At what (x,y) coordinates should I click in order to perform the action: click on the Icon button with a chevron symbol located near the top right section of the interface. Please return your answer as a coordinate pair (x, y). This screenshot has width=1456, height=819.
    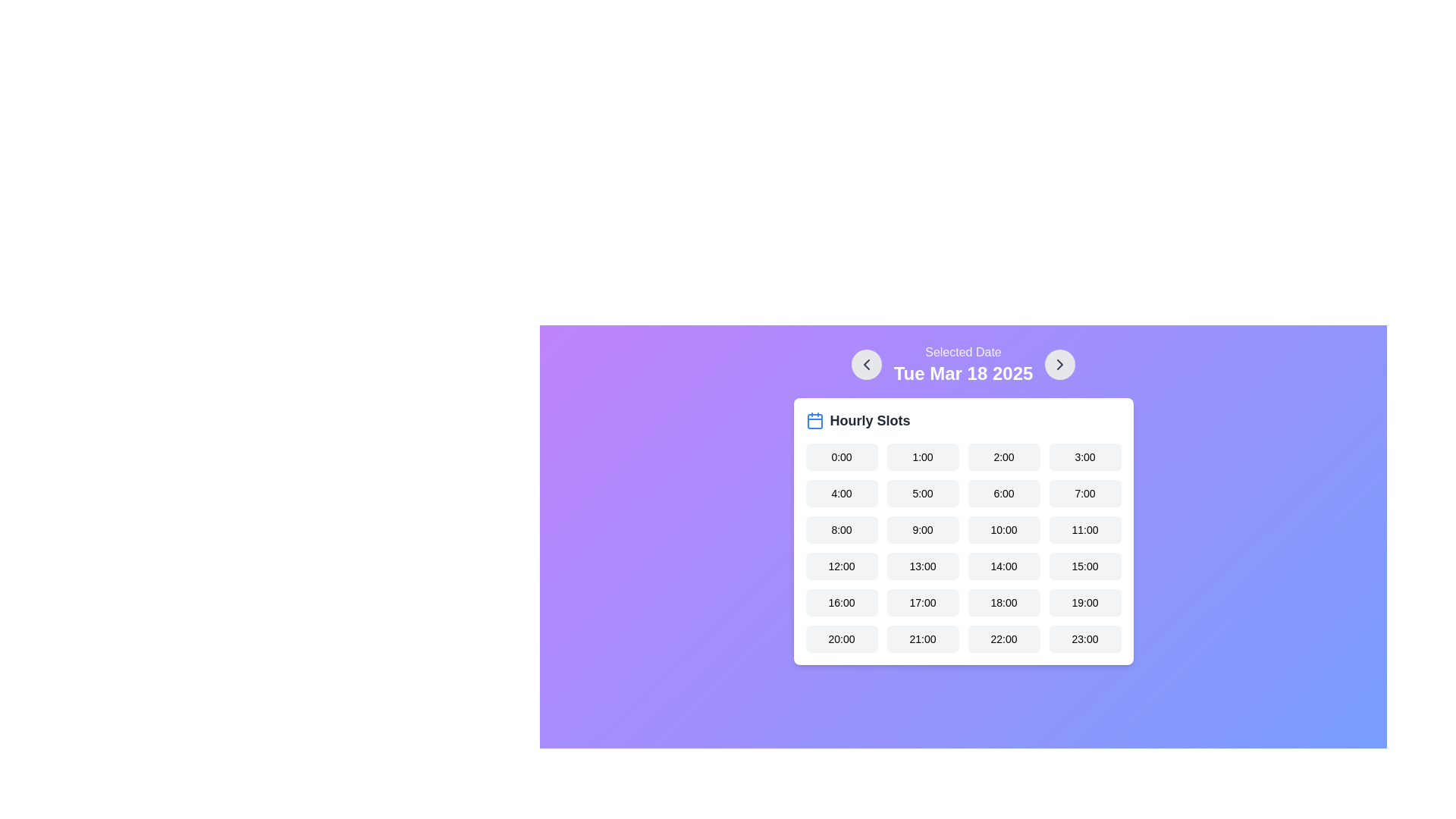
    Looking at the image, I should click on (1059, 365).